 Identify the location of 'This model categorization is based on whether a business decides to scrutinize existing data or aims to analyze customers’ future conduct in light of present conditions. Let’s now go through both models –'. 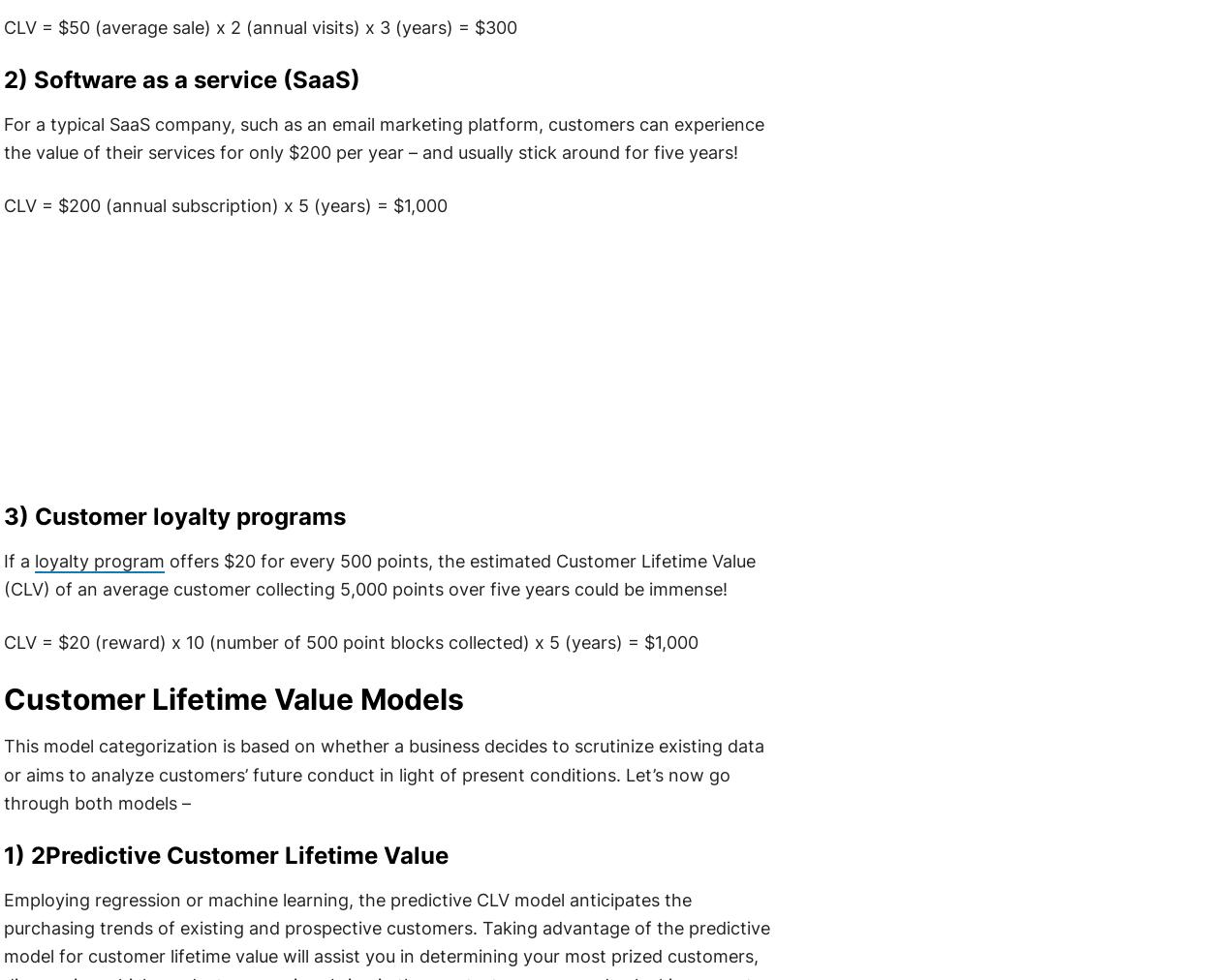
(383, 773).